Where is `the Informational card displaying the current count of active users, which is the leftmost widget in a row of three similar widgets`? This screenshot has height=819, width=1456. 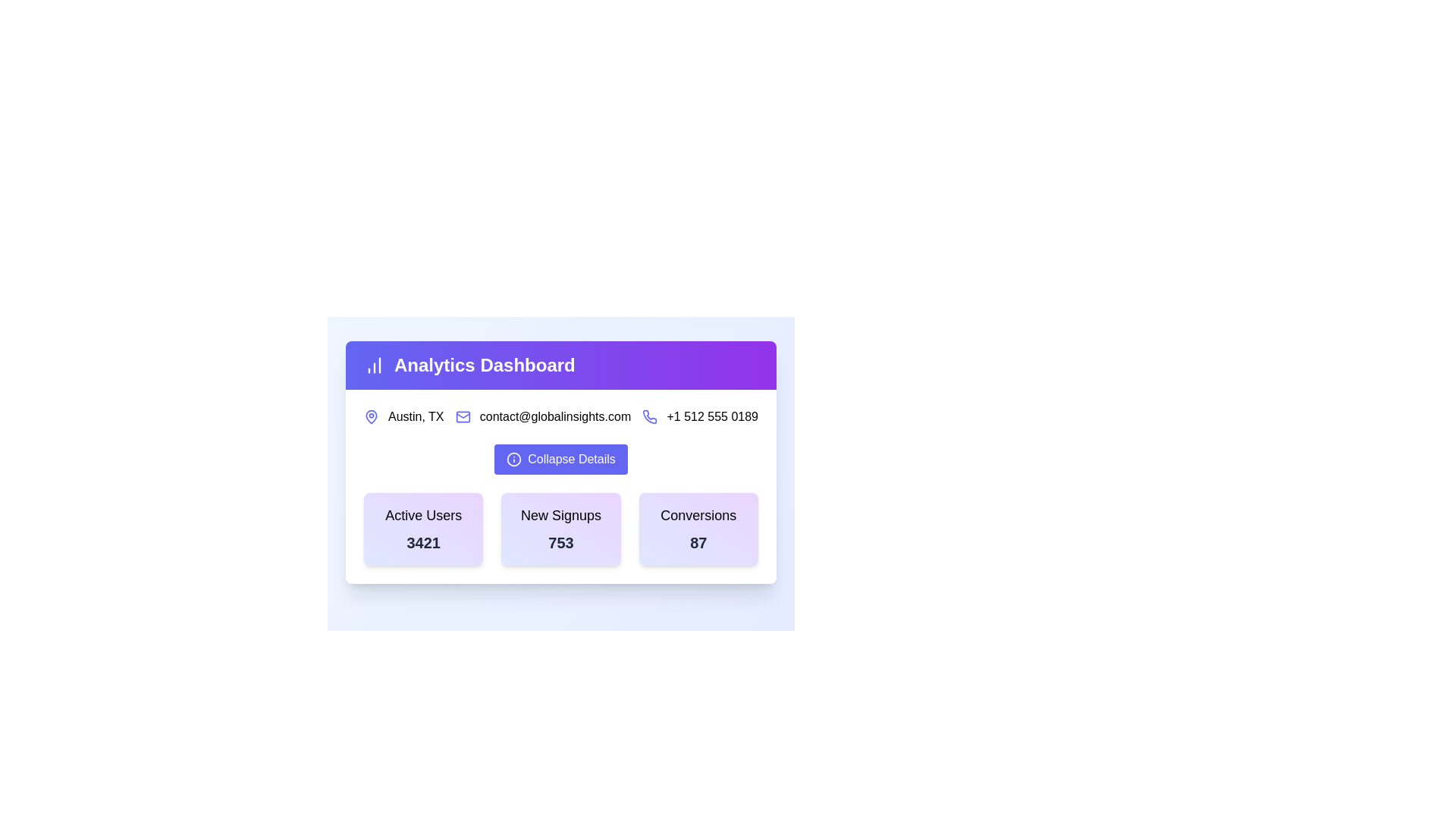 the Informational card displaying the current count of active users, which is the leftmost widget in a row of three similar widgets is located at coordinates (423, 529).